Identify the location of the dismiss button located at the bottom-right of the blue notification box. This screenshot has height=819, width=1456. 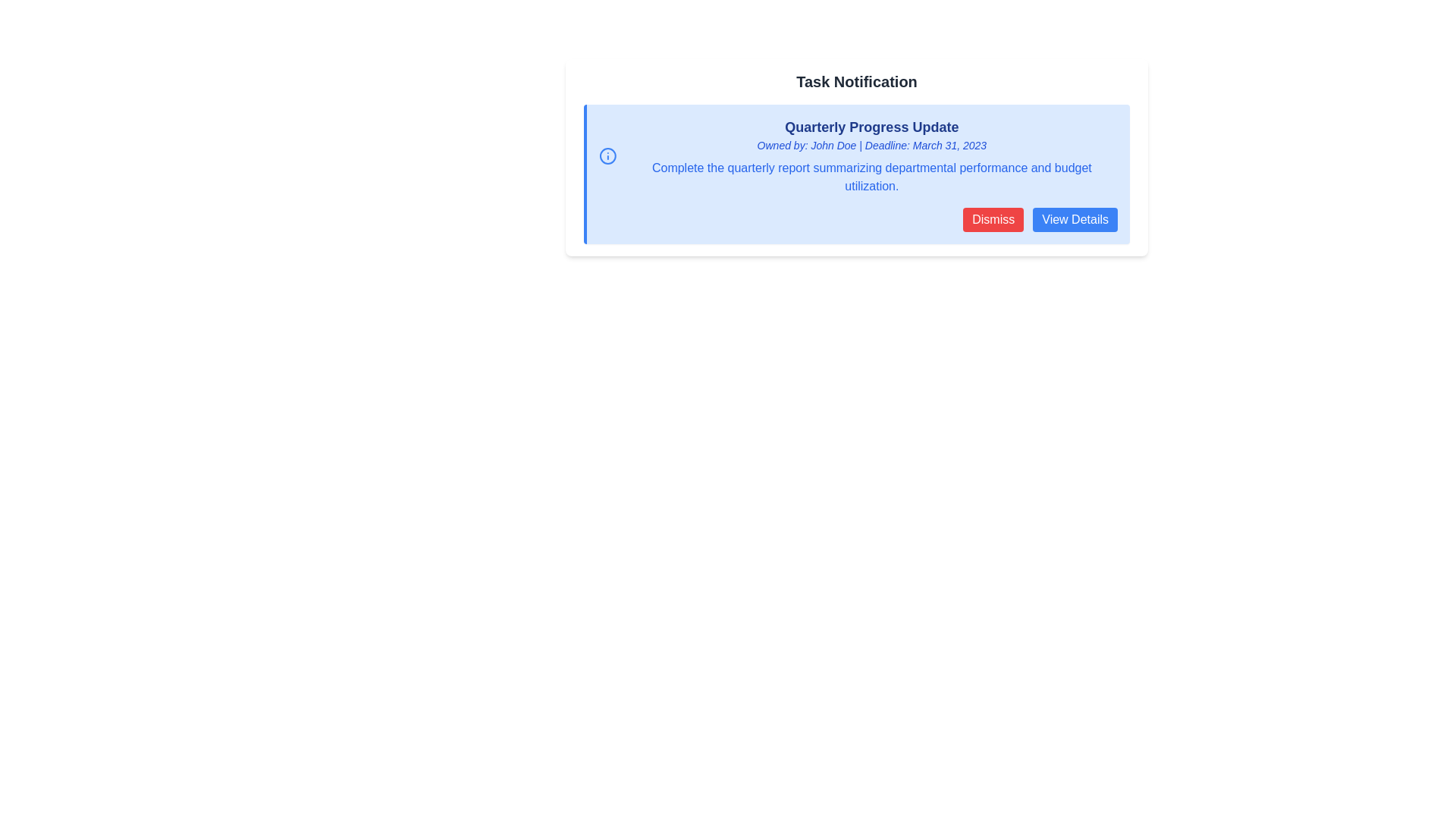
(993, 219).